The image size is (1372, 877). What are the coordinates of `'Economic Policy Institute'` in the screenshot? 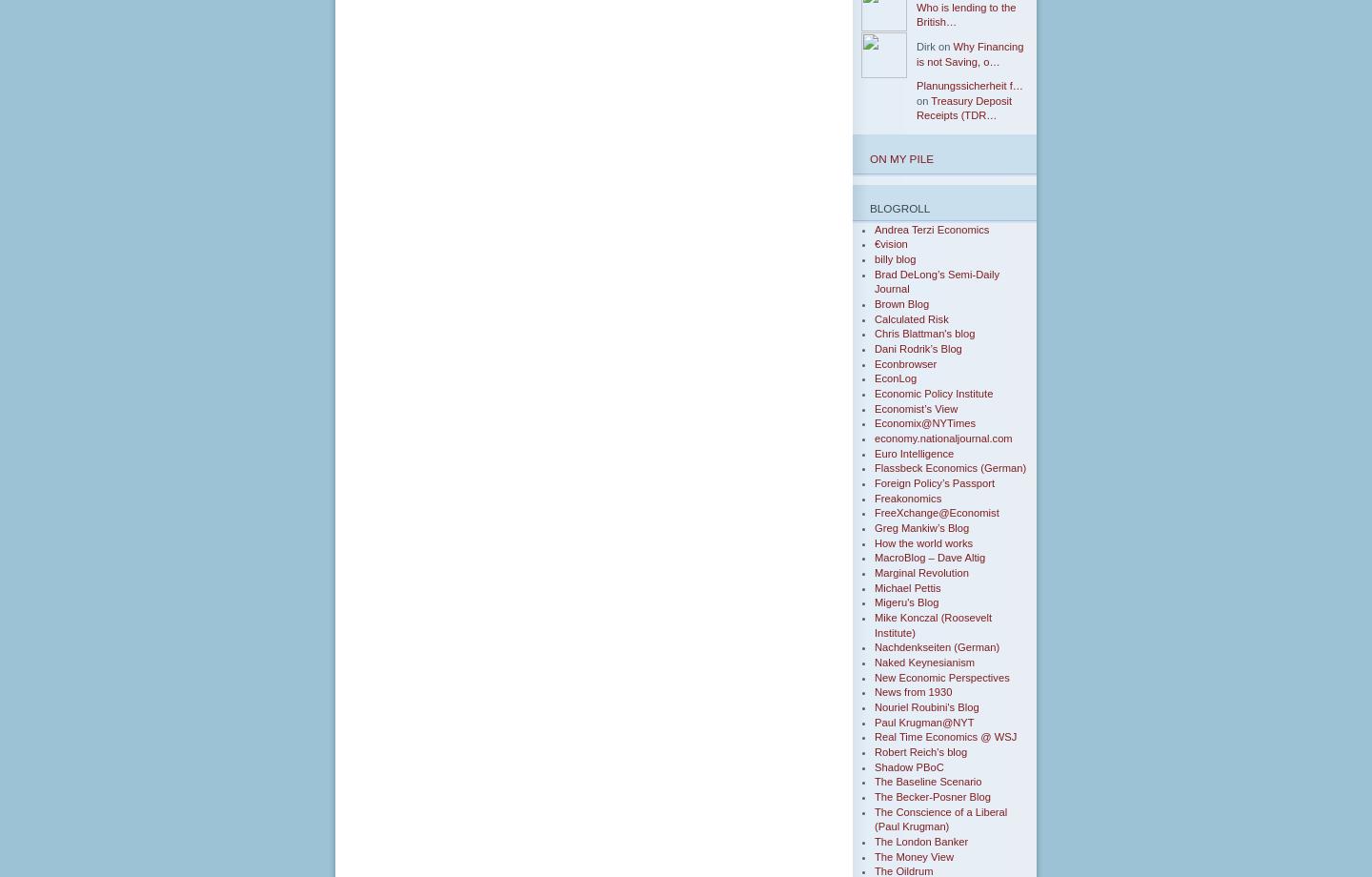 It's located at (933, 391).